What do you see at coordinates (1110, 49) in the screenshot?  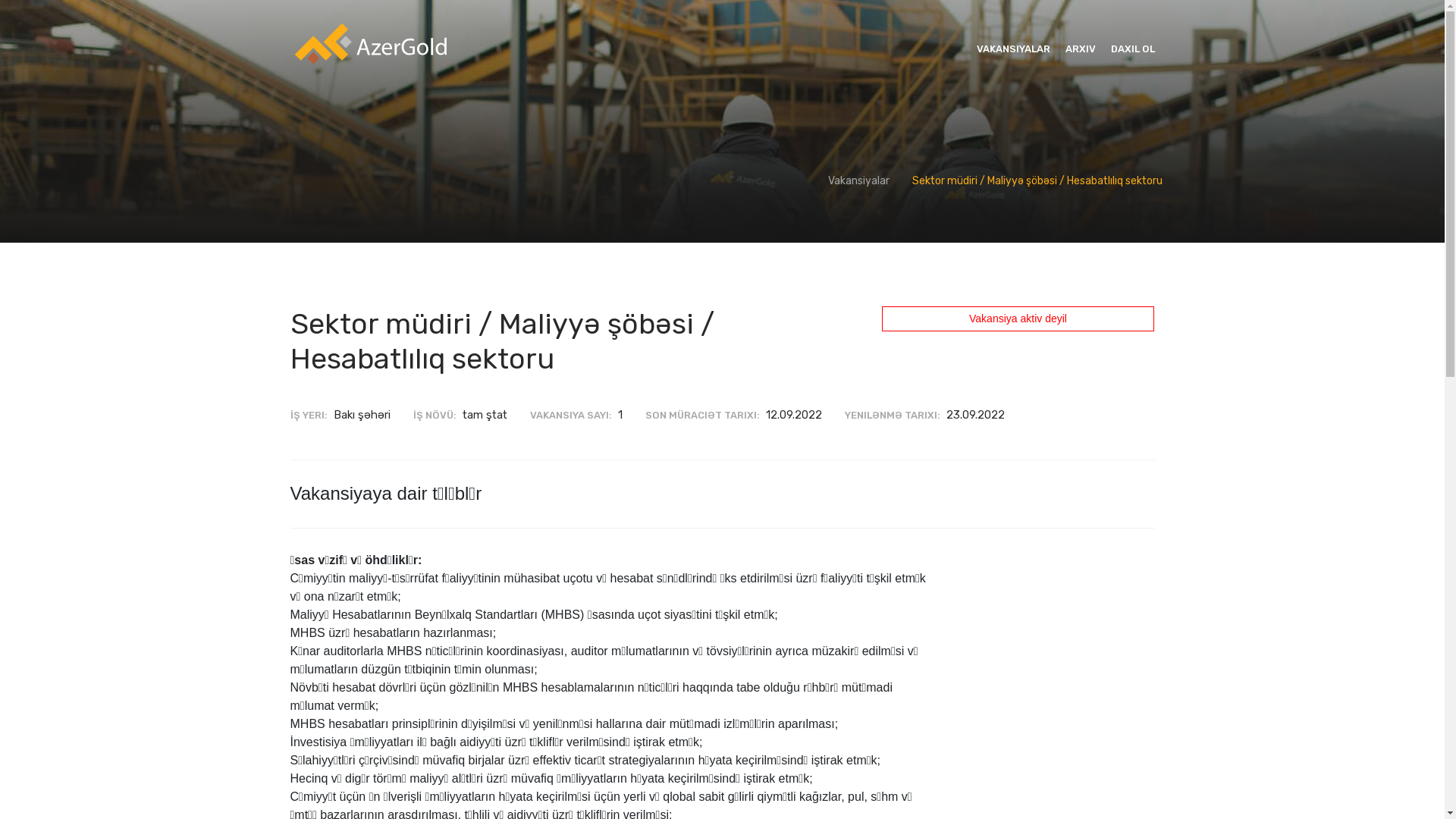 I see `'DAXIL OL'` at bounding box center [1110, 49].